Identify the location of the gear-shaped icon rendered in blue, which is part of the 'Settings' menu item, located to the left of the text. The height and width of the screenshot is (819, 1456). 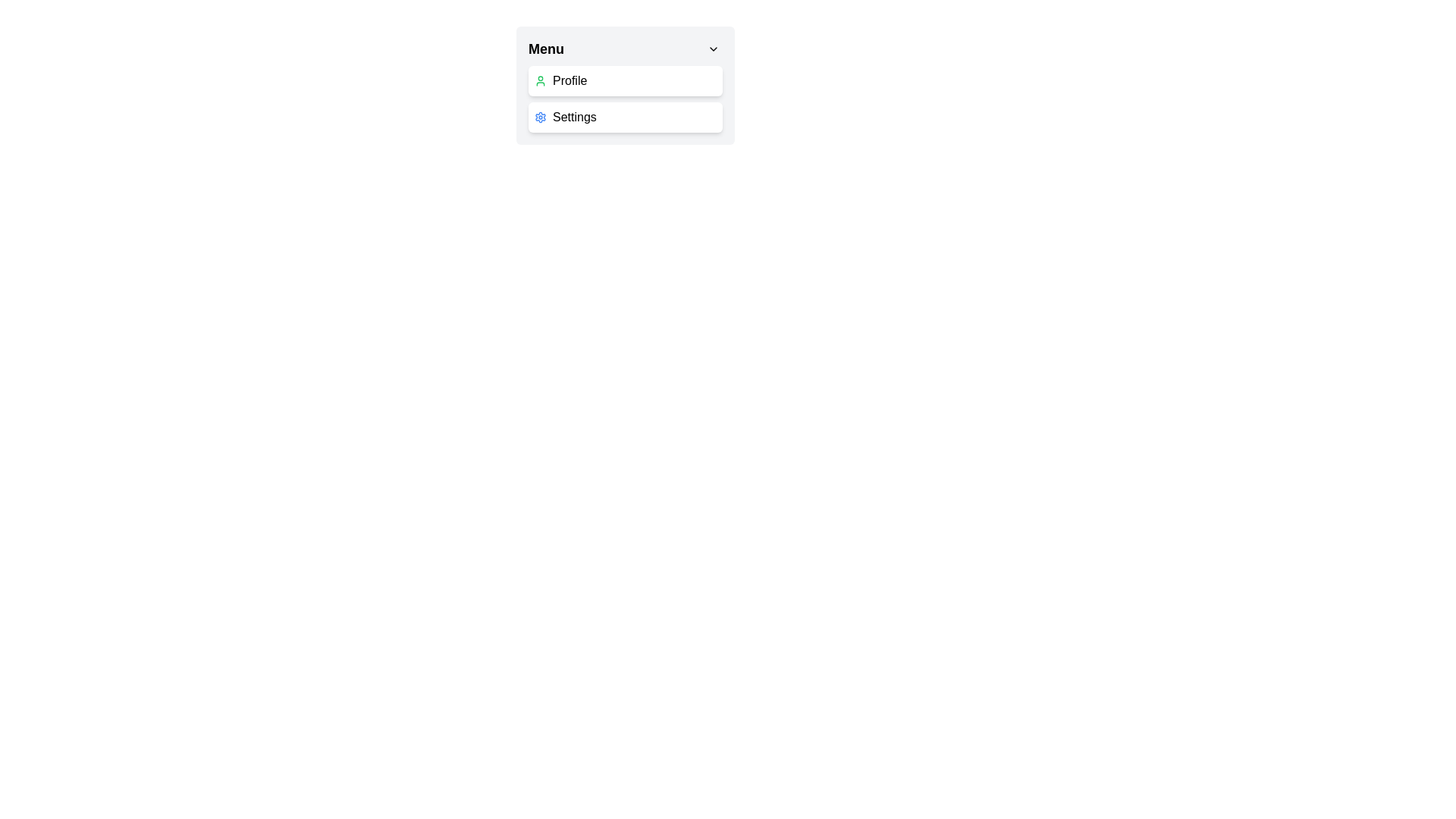
(541, 116).